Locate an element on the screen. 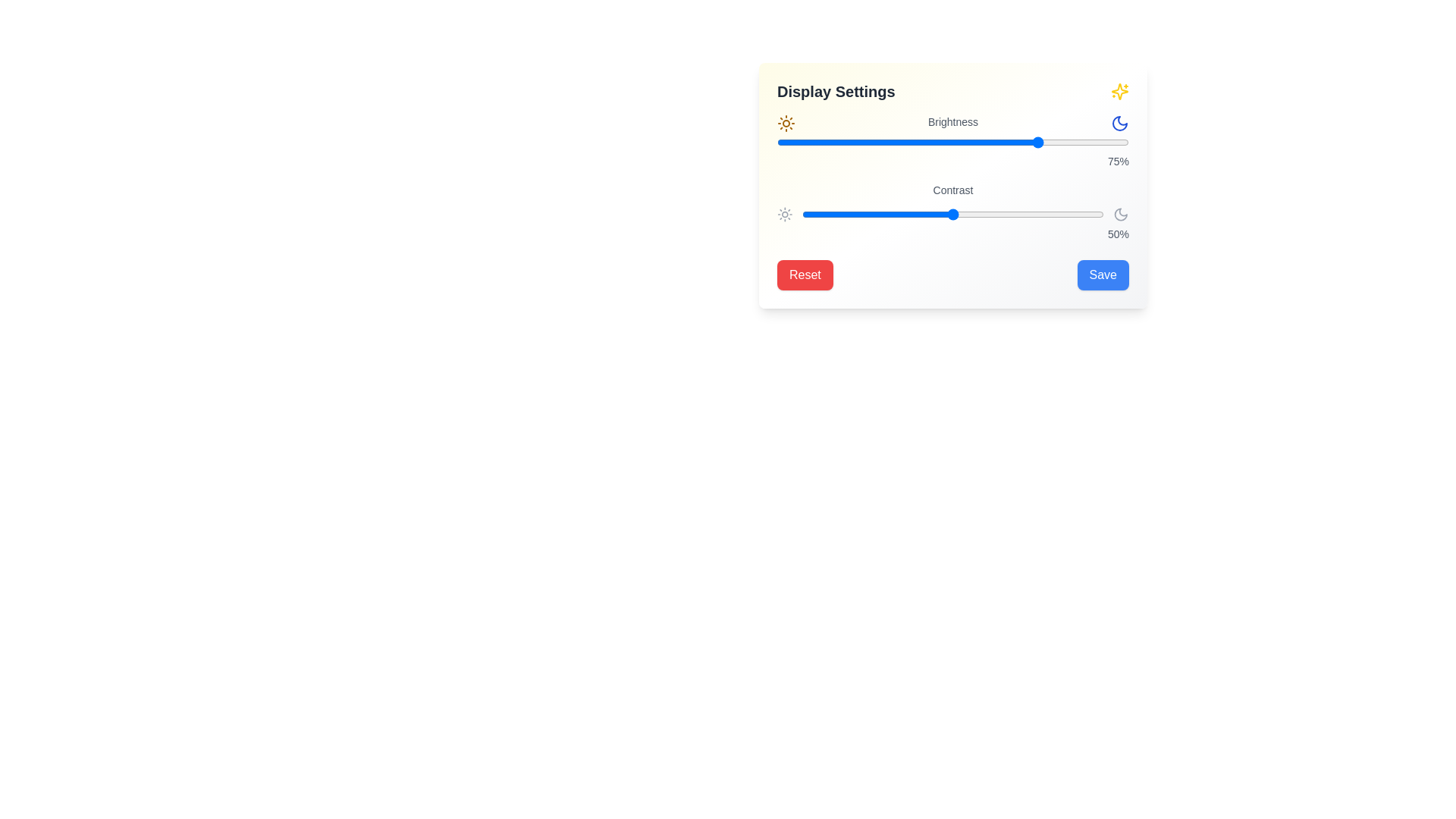  brightness is located at coordinates (865, 143).